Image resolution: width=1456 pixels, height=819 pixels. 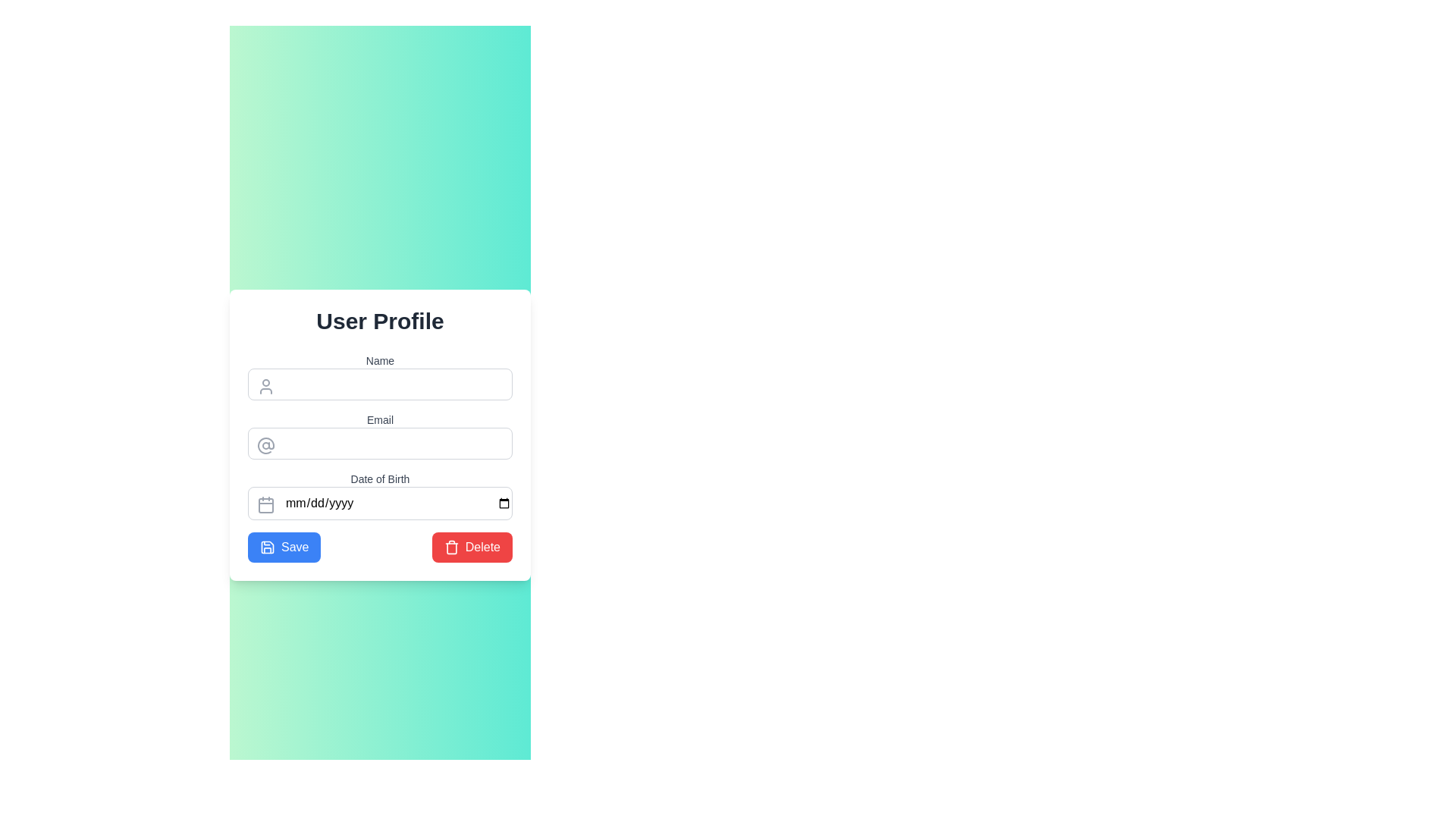 I want to click on the decorative icon positioned at the top-left corner of the 'Name' input field in the user profile form, so click(x=265, y=385).